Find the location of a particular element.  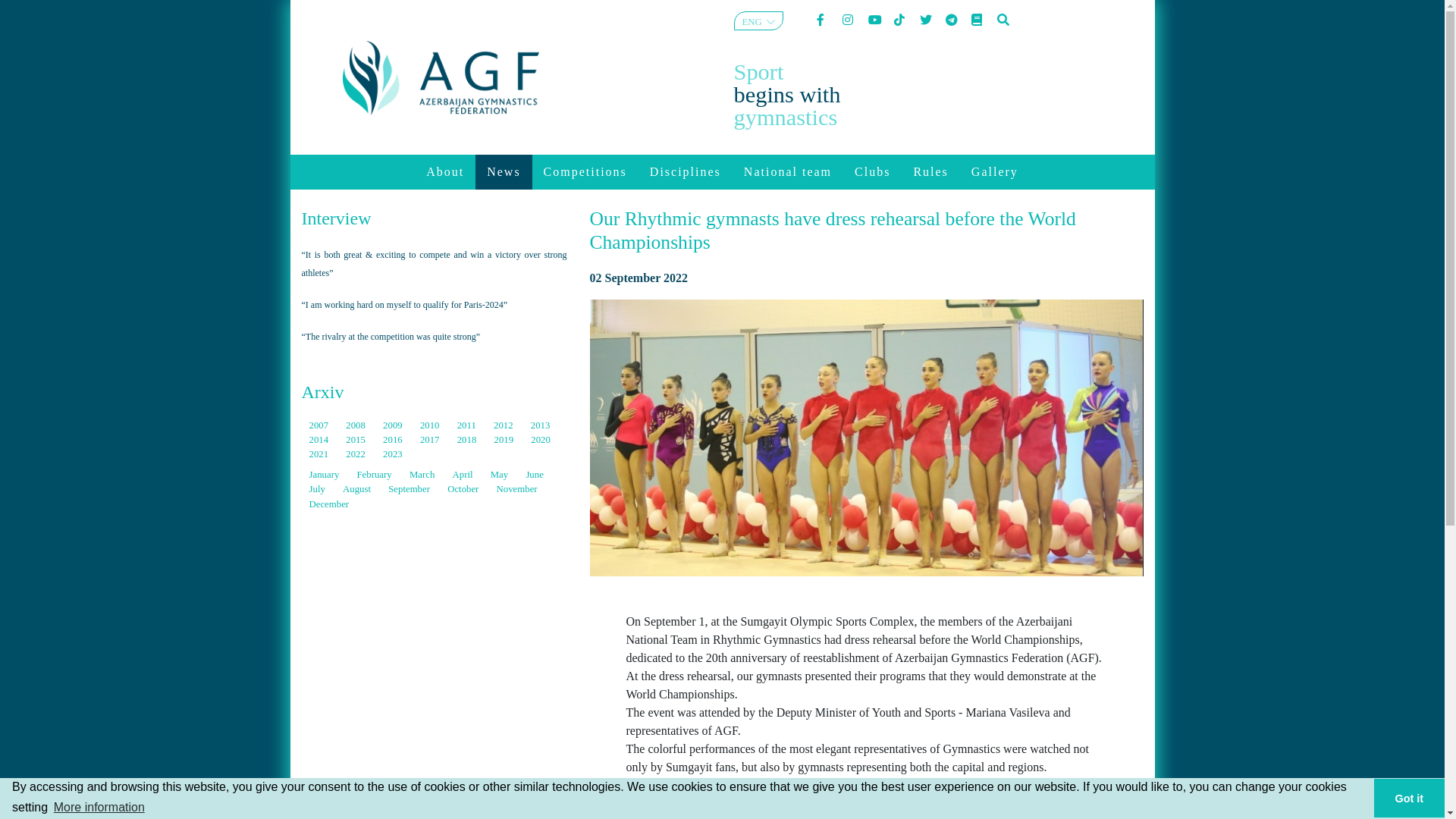

'2009' is located at coordinates (382, 425).